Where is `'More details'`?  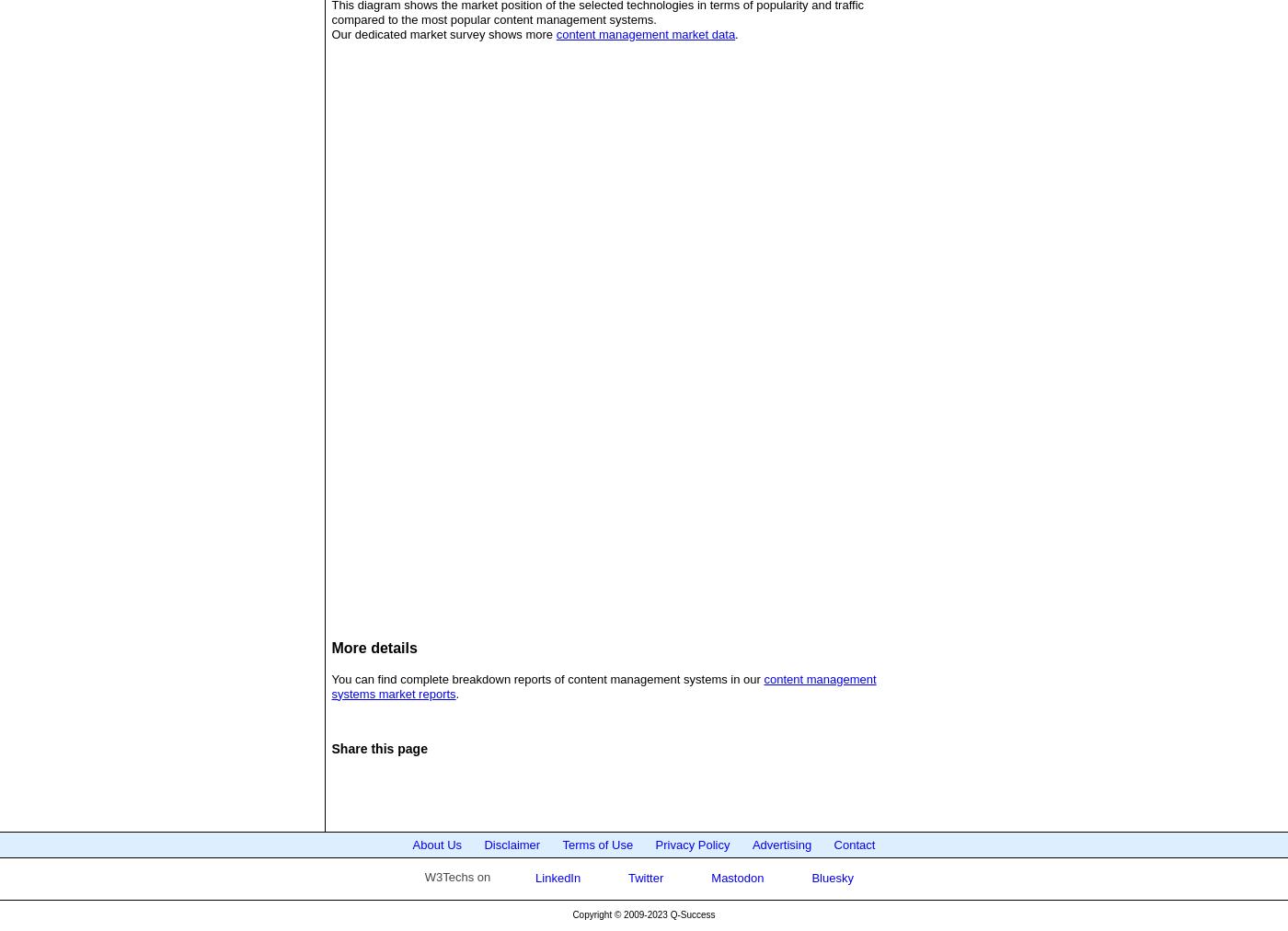 'More details' is located at coordinates (374, 647).